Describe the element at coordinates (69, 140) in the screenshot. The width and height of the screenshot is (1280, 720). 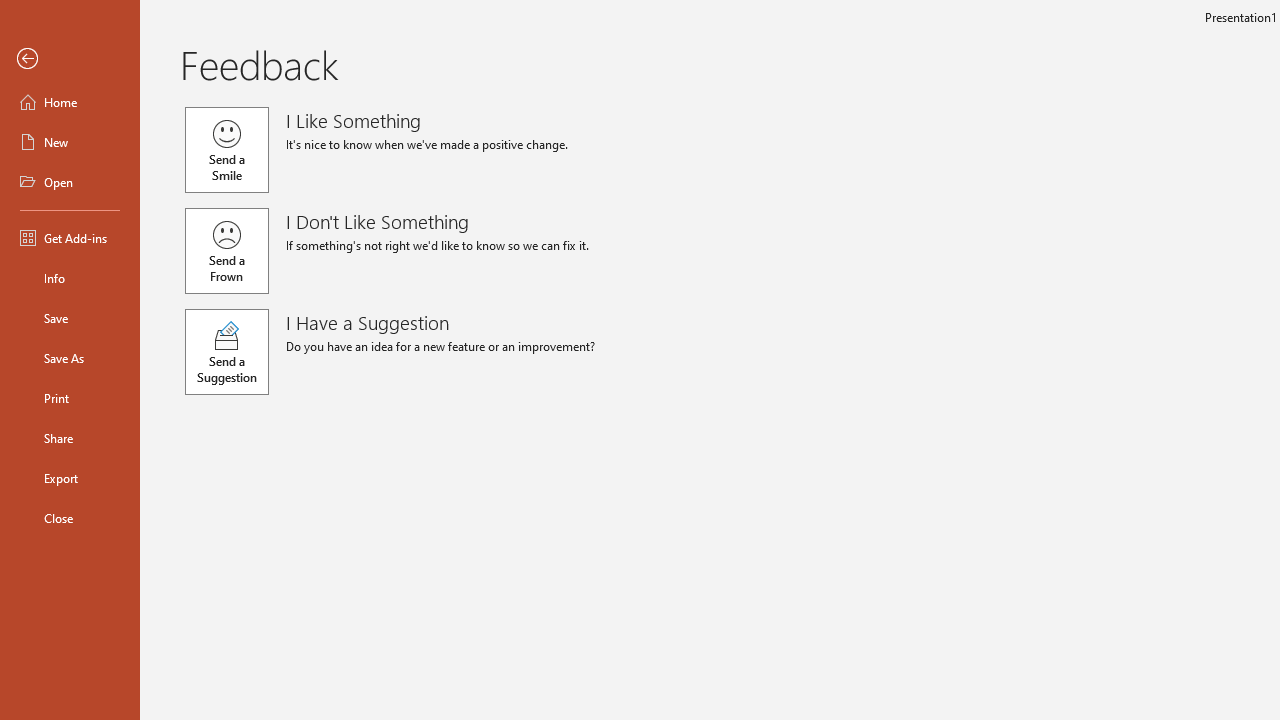
I see `'New'` at that location.